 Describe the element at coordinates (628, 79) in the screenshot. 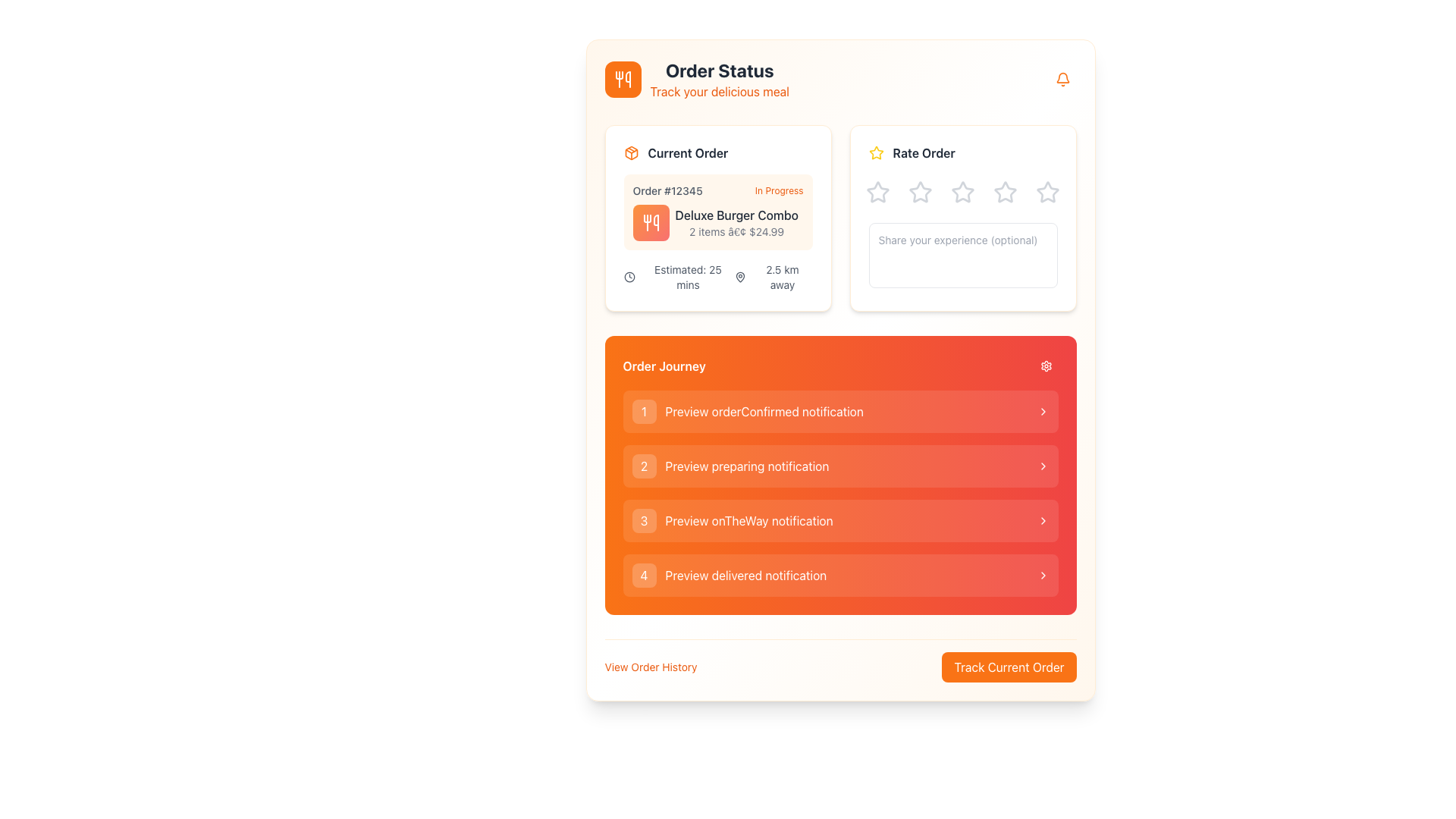

I see `graphical icon resembling part of a utensil, styled in white against an orange background, located at the top-left corner next to 'Order Status'` at that location.